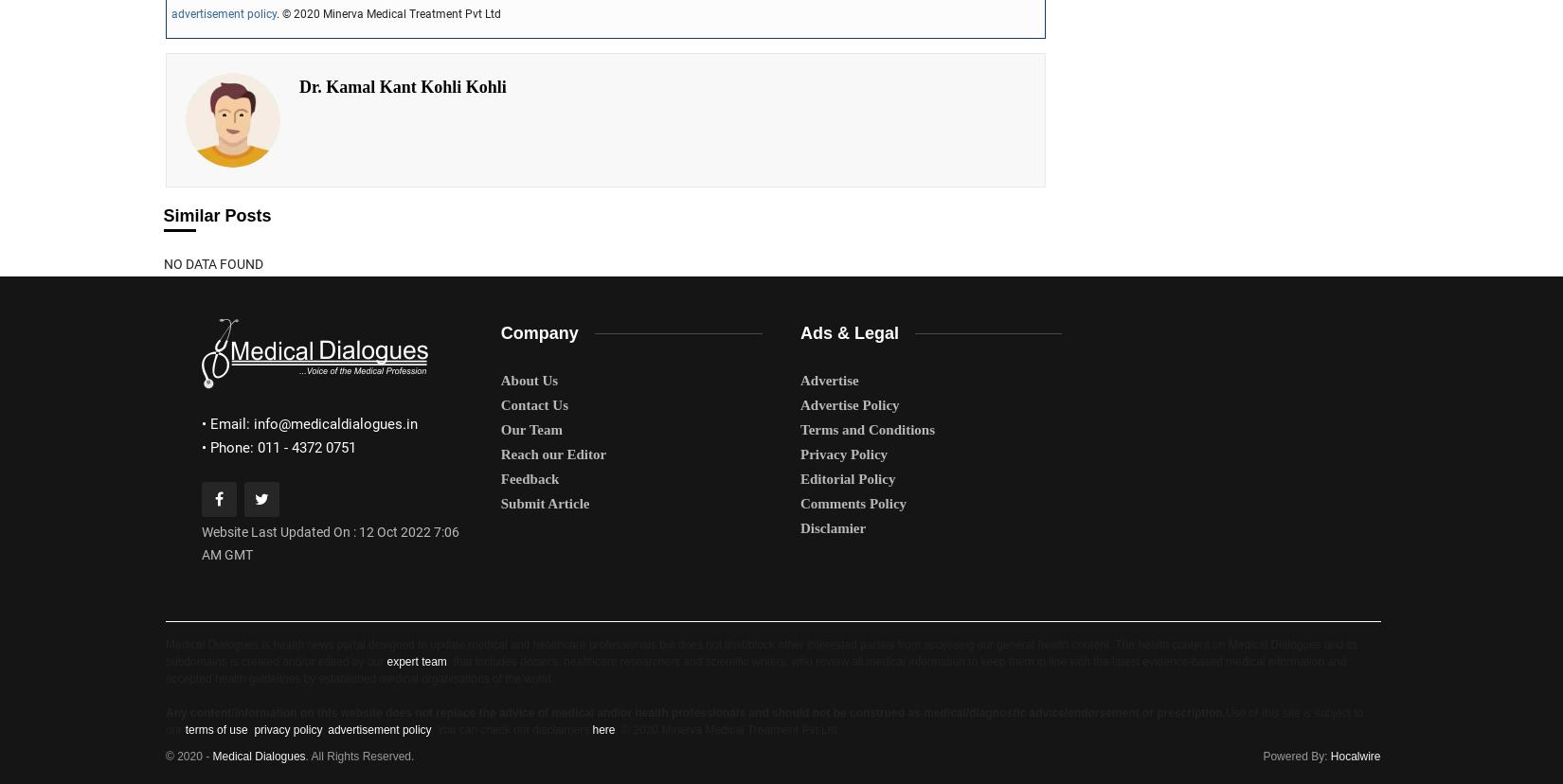 The image size is (1563, 784). Describe the element at coordinates (529, 477) in the screenshot. I see `'Feedback'` at that location.